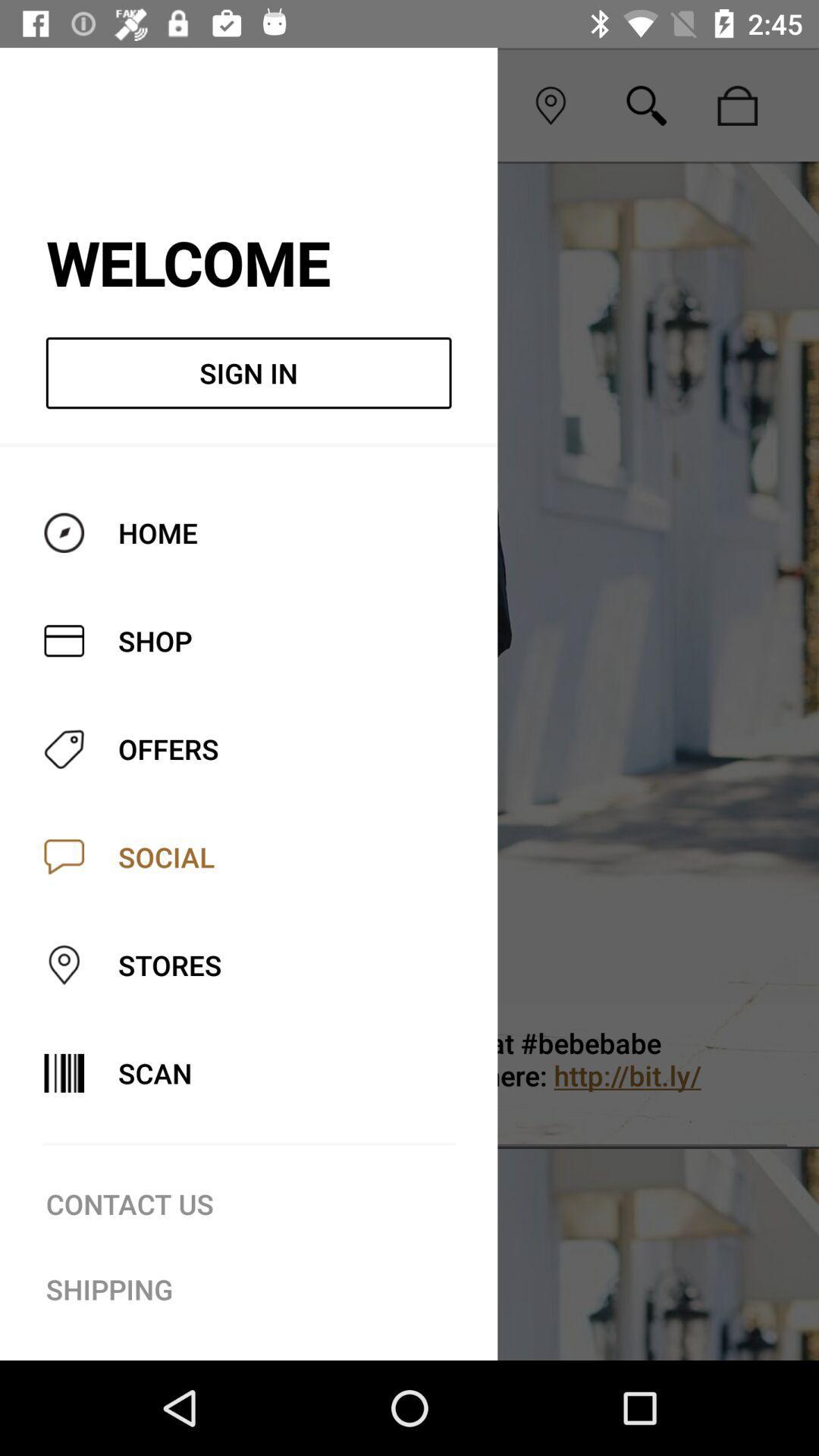 Image resolution: width=819 pixels, height=1456 pixels. Describe the element at coordinates (71, 105) in the screenshot. I see `icon to the left of the social icon` at that location.